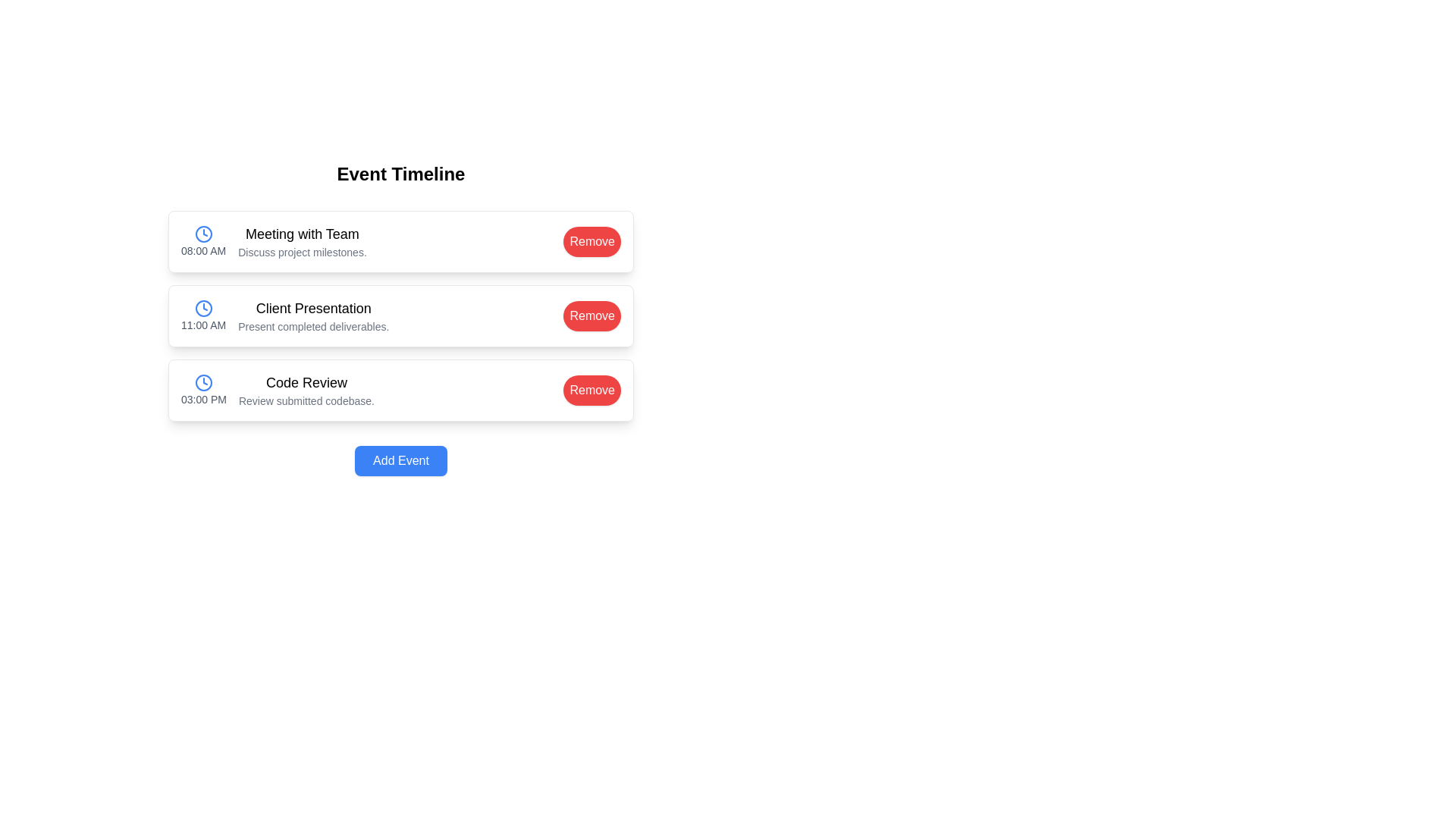 This screenshot has width=1456, height=819. Describe the element at coordinates (202, 390) in the screenshot. I see `the label indicating the scheduled start time of the 'Code Review' event, which is located at the left of the 'Code Review' text display` at that location.